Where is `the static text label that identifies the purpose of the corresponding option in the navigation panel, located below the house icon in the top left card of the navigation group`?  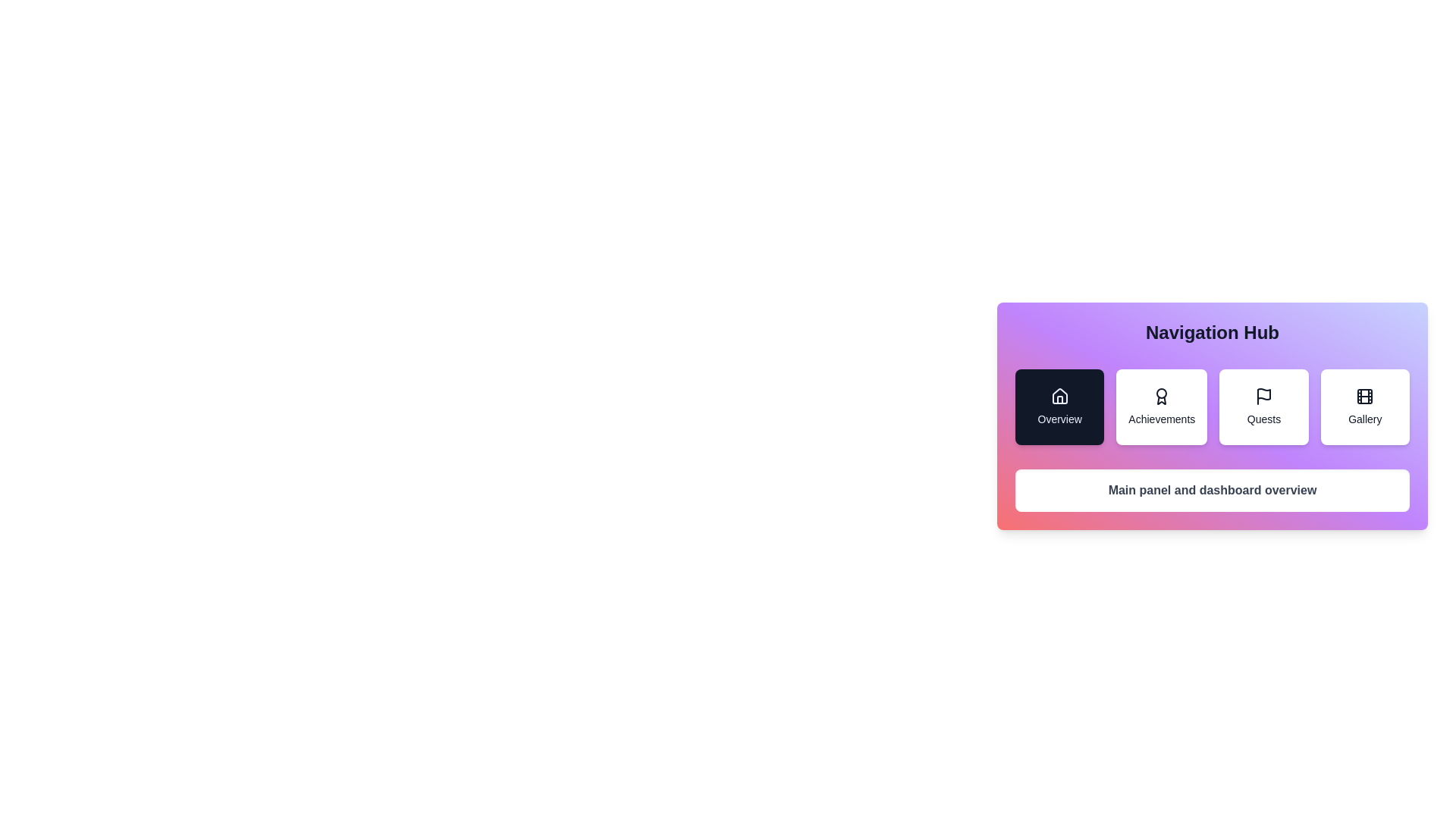
the static text label that identifies the purpose of the corresponding option in the navigation panel, located below the house icon in the top left card of the navigation group is located at coordinates (1059, 419).